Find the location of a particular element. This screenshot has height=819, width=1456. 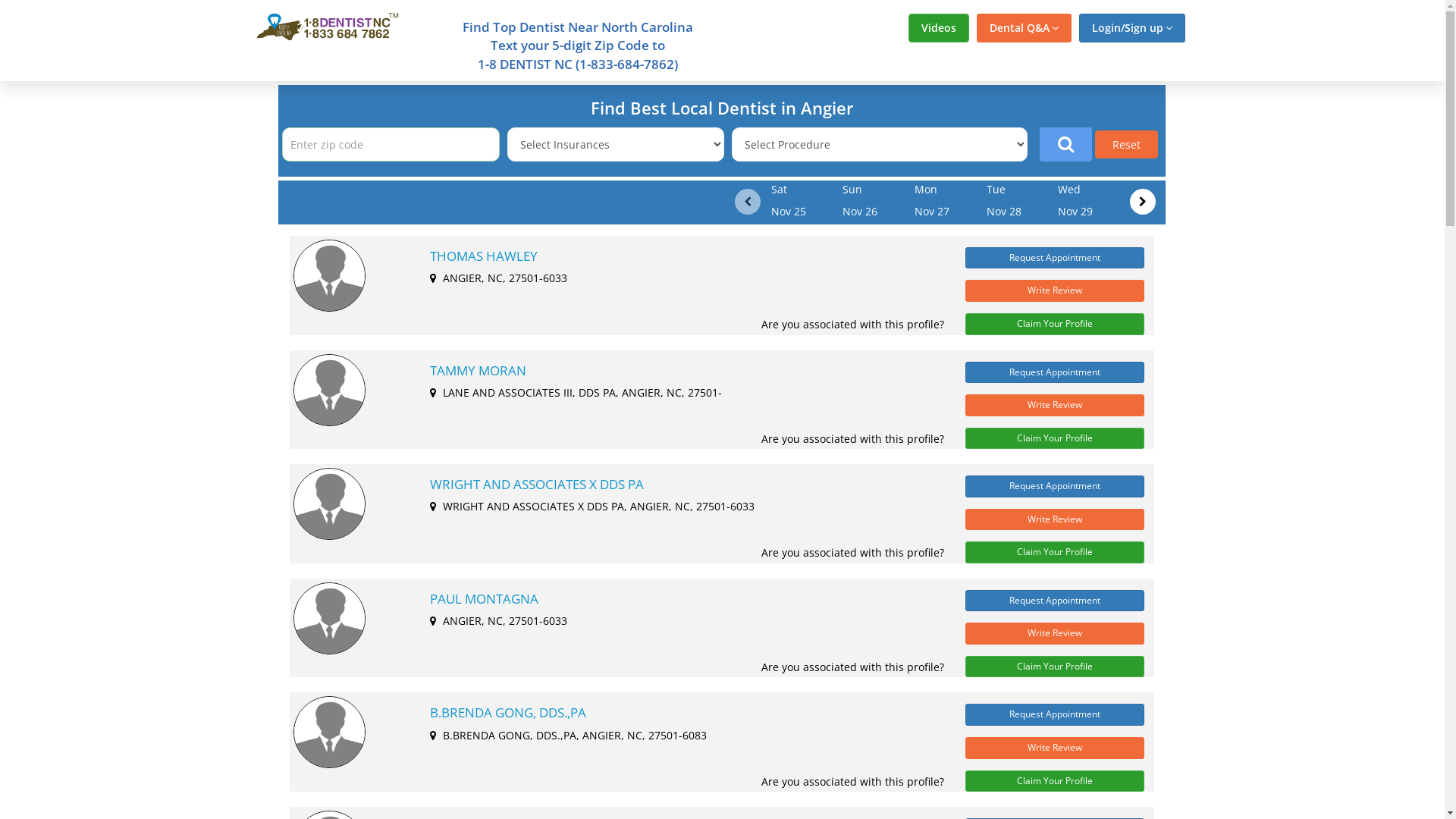

'Write Review' is located at coordinates (1054, 290).